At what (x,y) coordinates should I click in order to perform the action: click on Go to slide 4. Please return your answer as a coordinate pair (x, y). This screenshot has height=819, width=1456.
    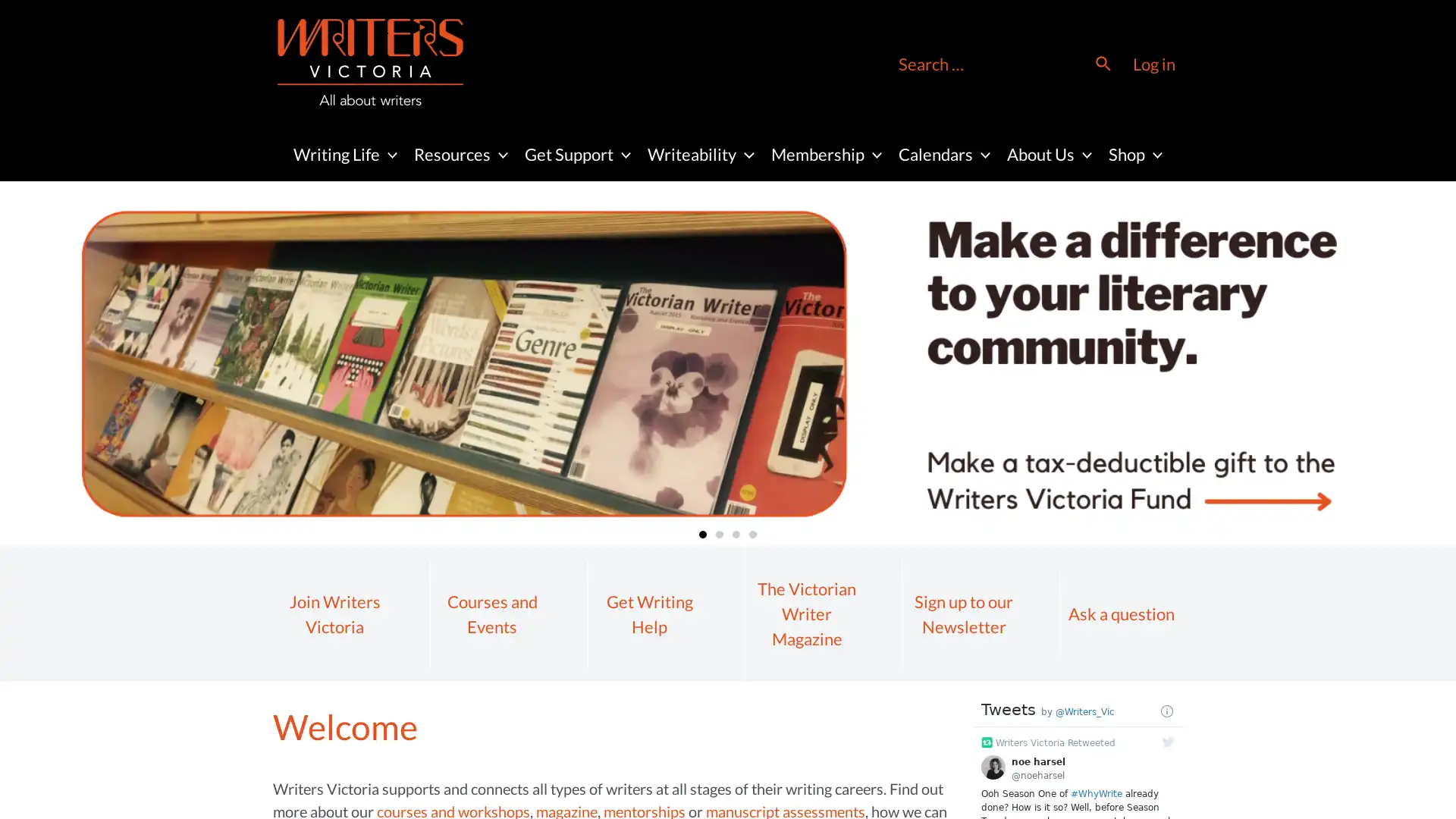
    Looking at the image, I should click on (753, 533).